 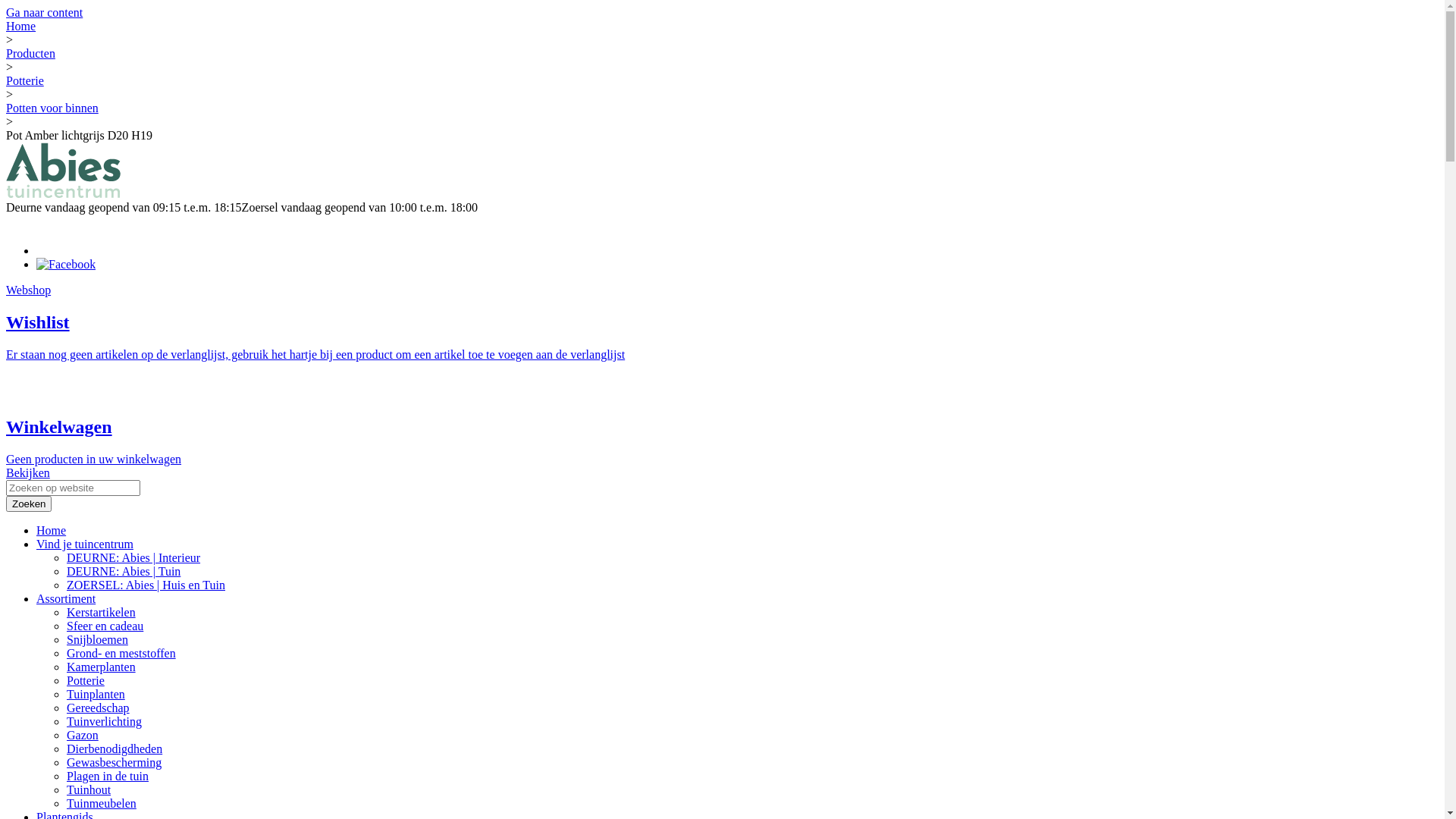 What do you see at coordinates (82, 734) in the screenshot?
I see `'Gazon'` at bounding box center [82, 734].